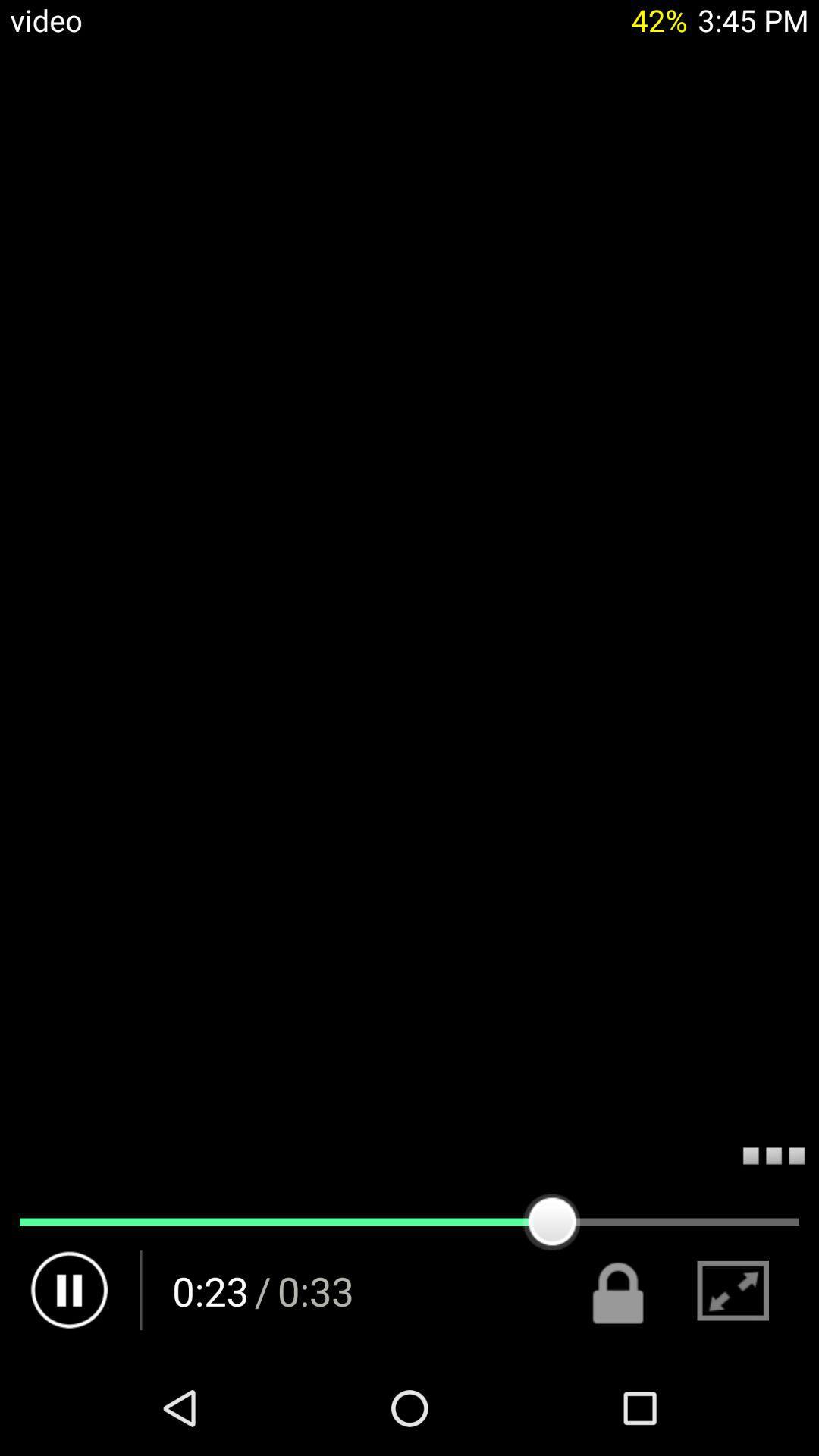  Describe the element at coordinates (773, 1237) in the screenshot. I see `the more icon` at that location.